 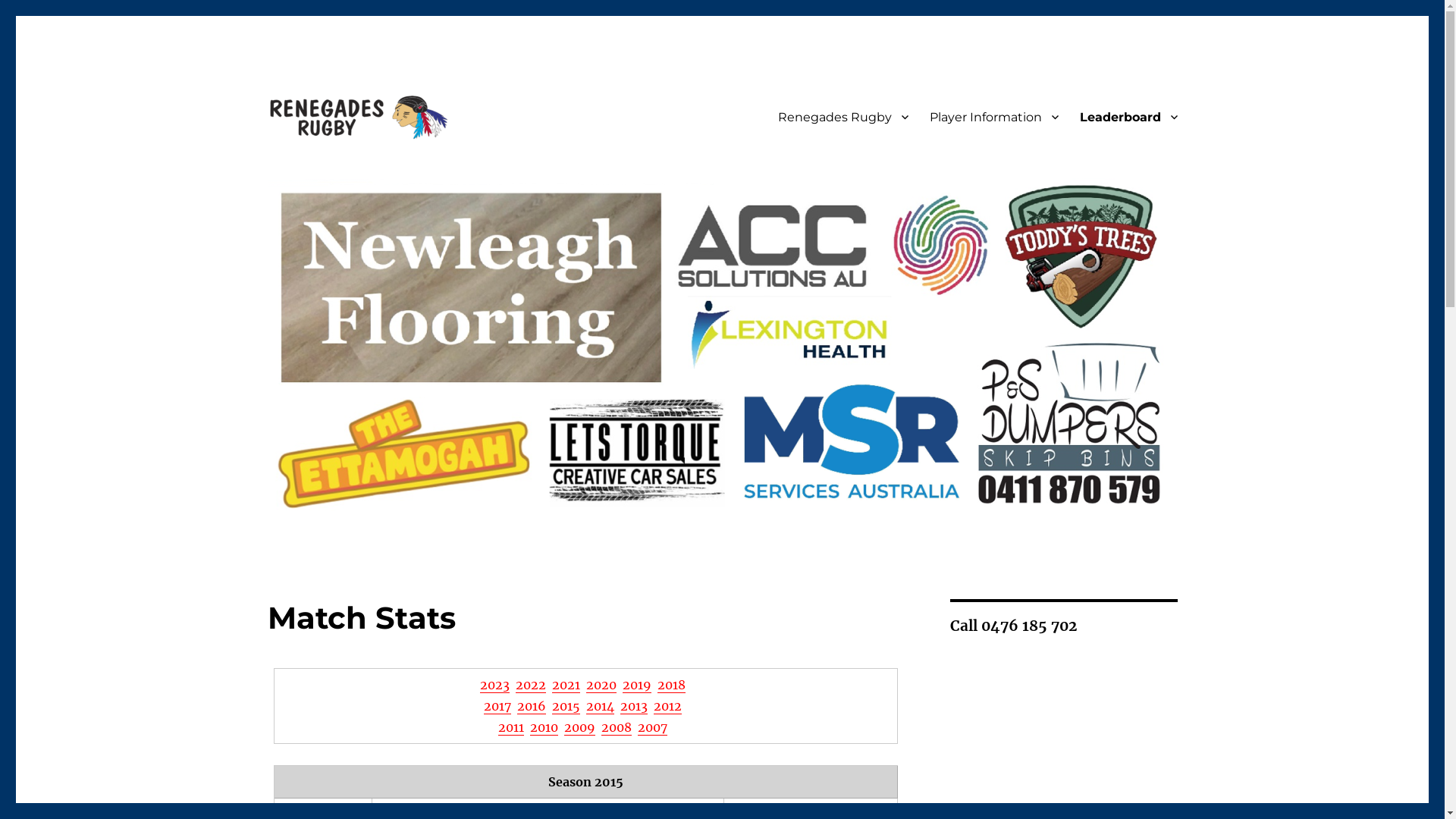 I want to click on '2014', so click(x=599, y=705).